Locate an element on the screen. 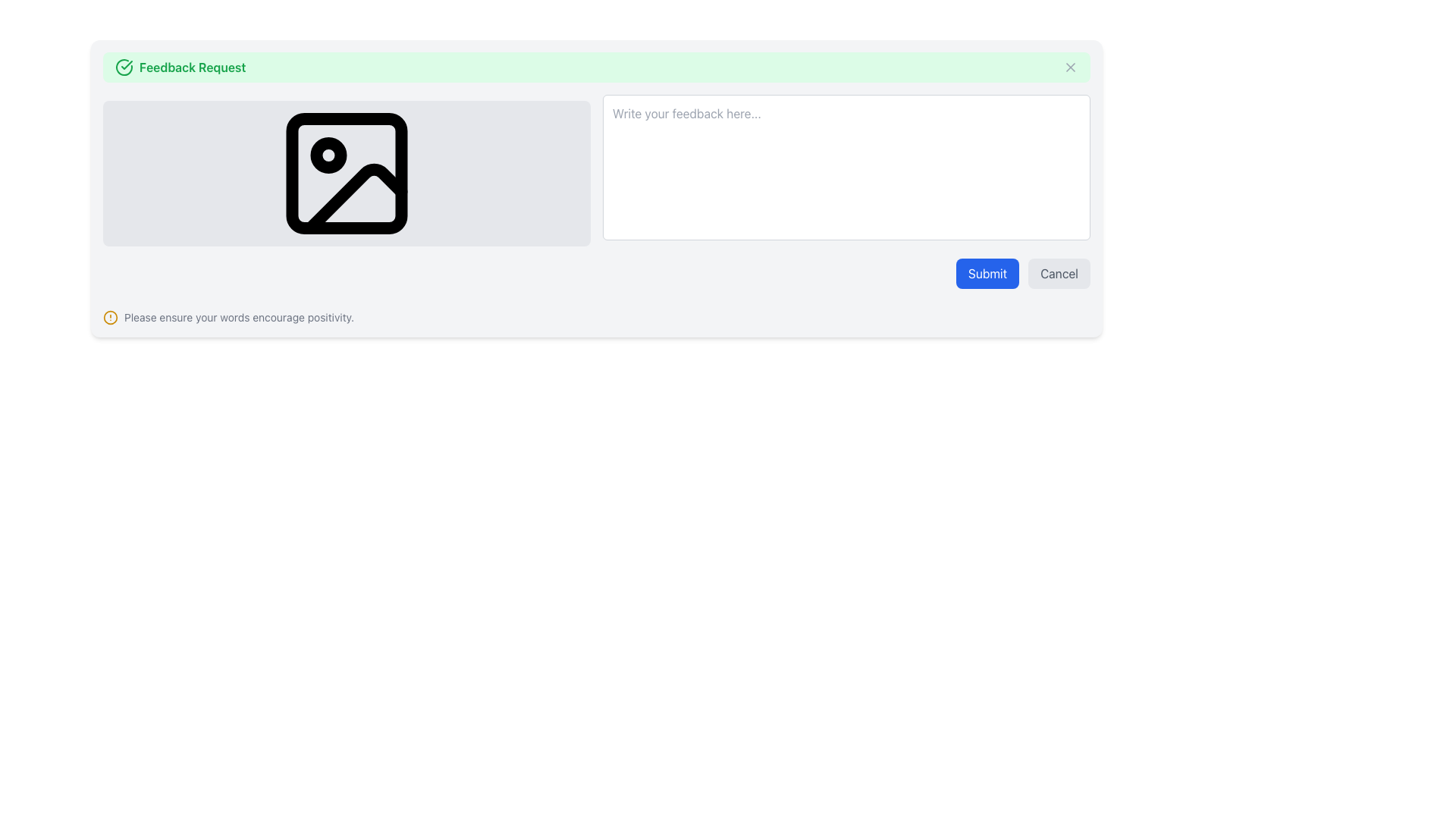  the static text label that conveys a status message, located in the upper-left area of the feedback interface, to the right of a checkmark icon in a light green status bar is located at coordinates (192, 66).